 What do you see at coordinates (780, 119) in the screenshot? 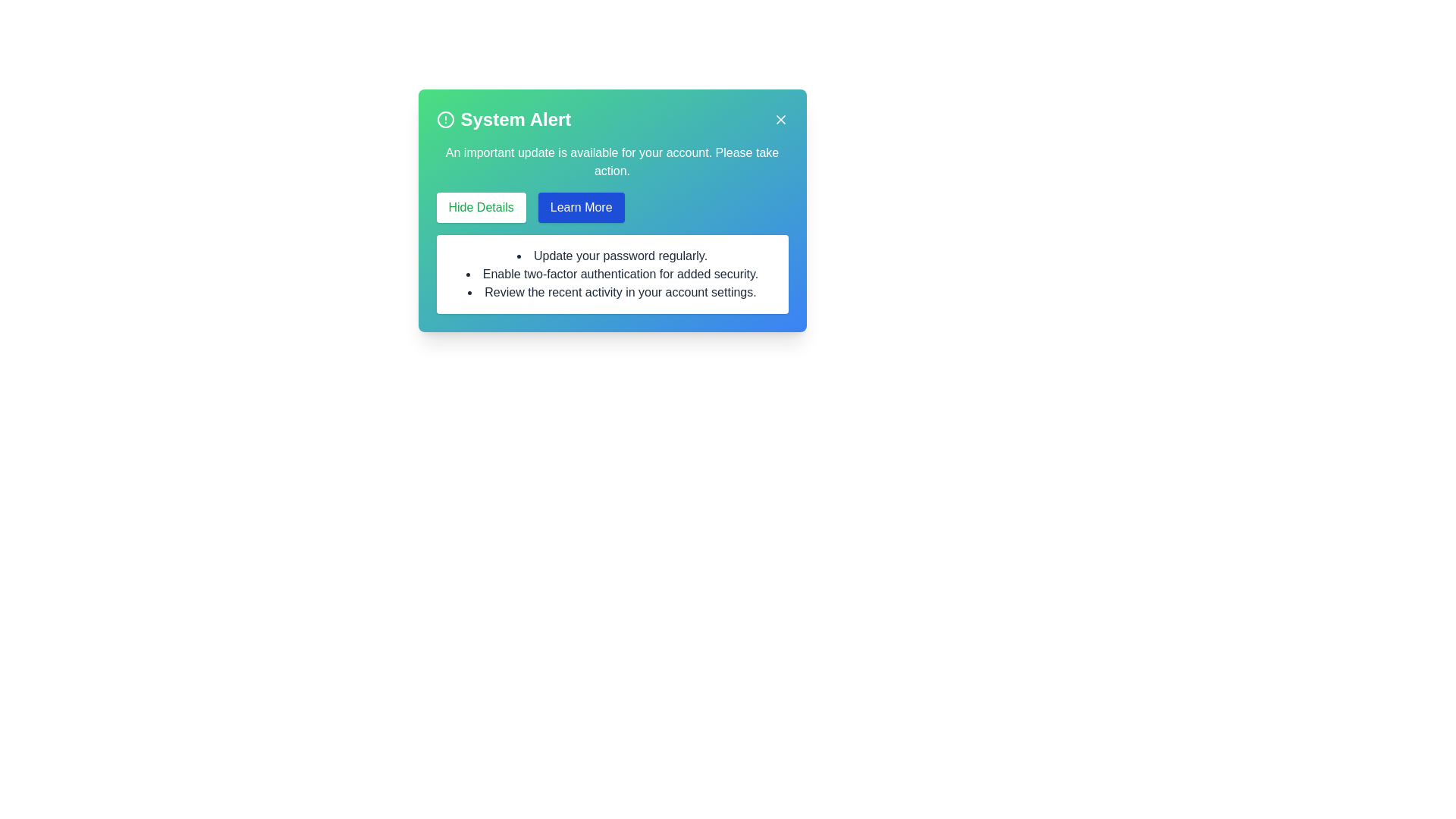
I see `the close icon button represented by a circular 'X' symbol located at the top-right corner of the 'System Alert' dialog` at bounding box center [780, 119].